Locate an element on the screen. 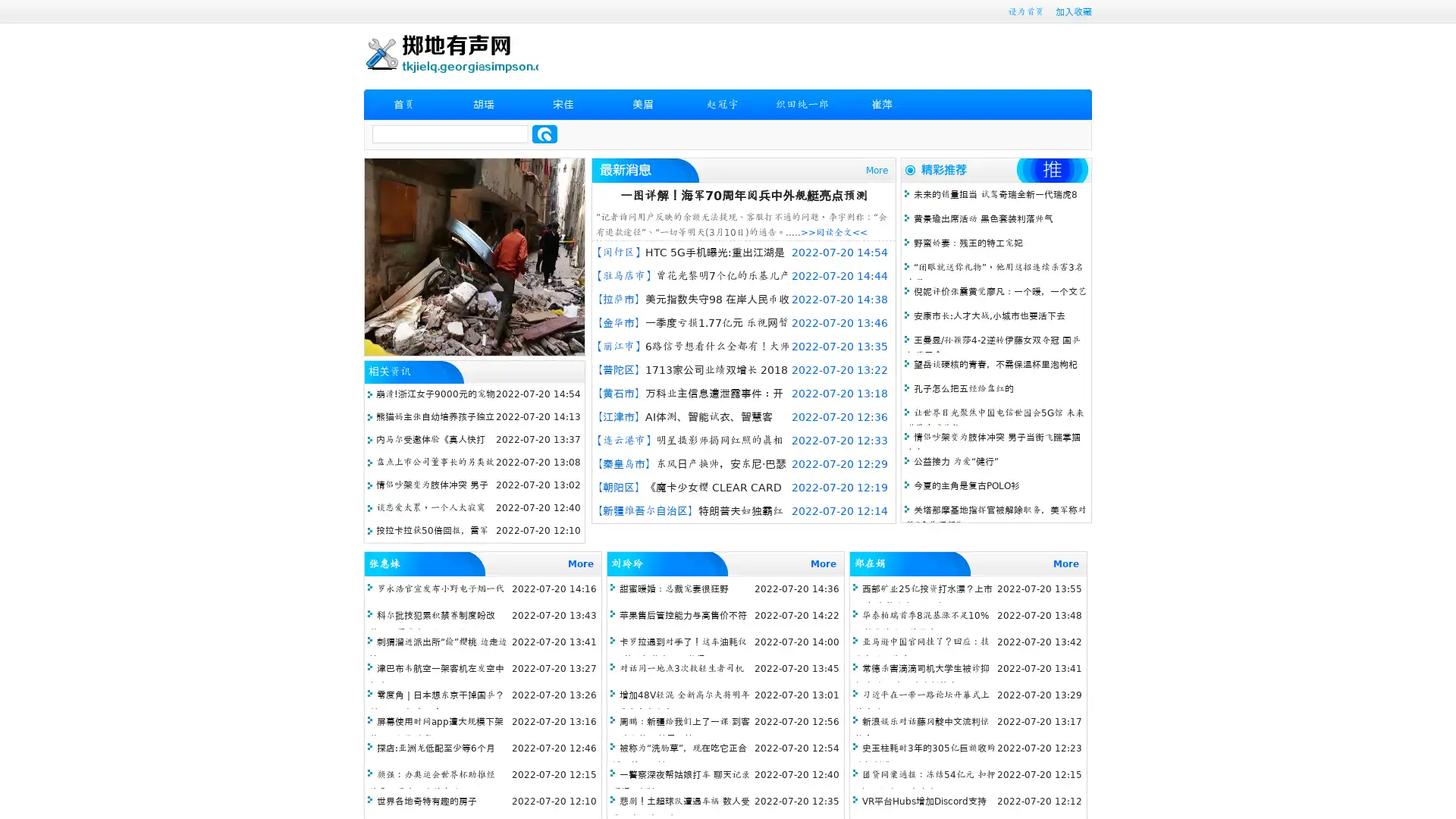 This screenshot has width=1456, height=819. Search is located at coordinates (544, 133).